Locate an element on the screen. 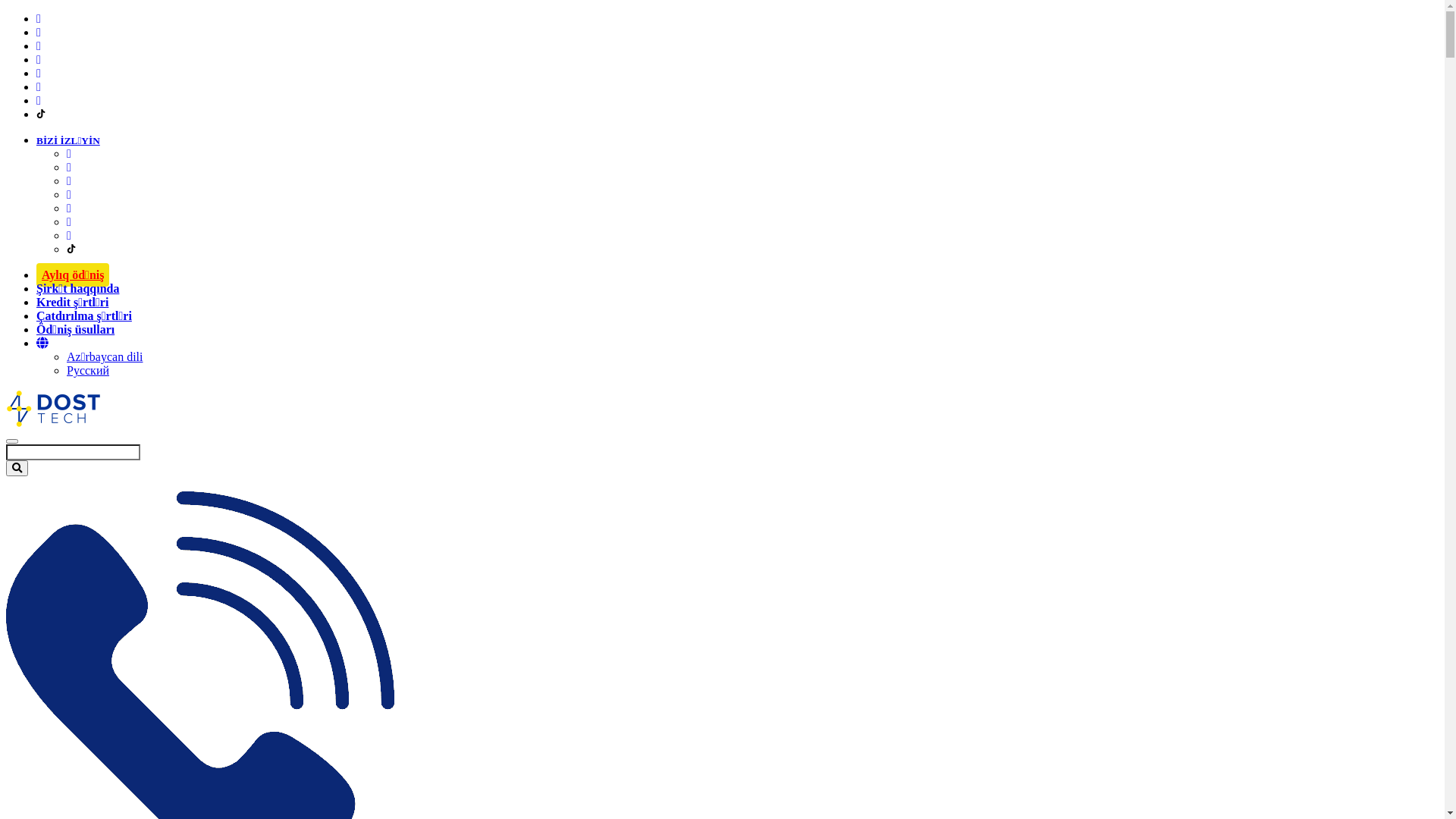 This screenshot has width=1456, height=819. 'Linkedin' is located at coordinates (39, 45).